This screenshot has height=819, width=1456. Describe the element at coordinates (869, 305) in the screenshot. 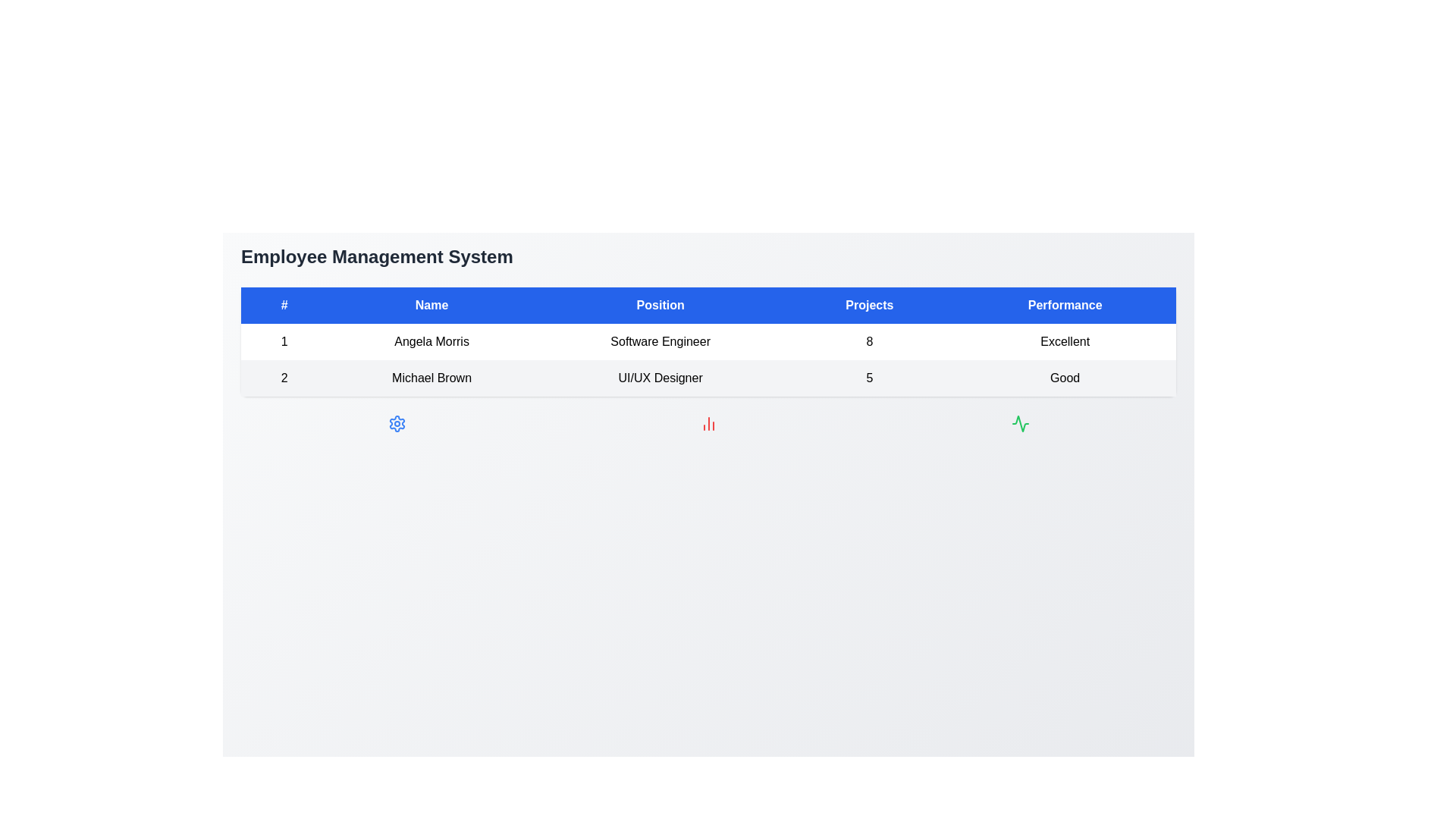

I see `the 'Projects' text label, which is a part of the table header` at that location.